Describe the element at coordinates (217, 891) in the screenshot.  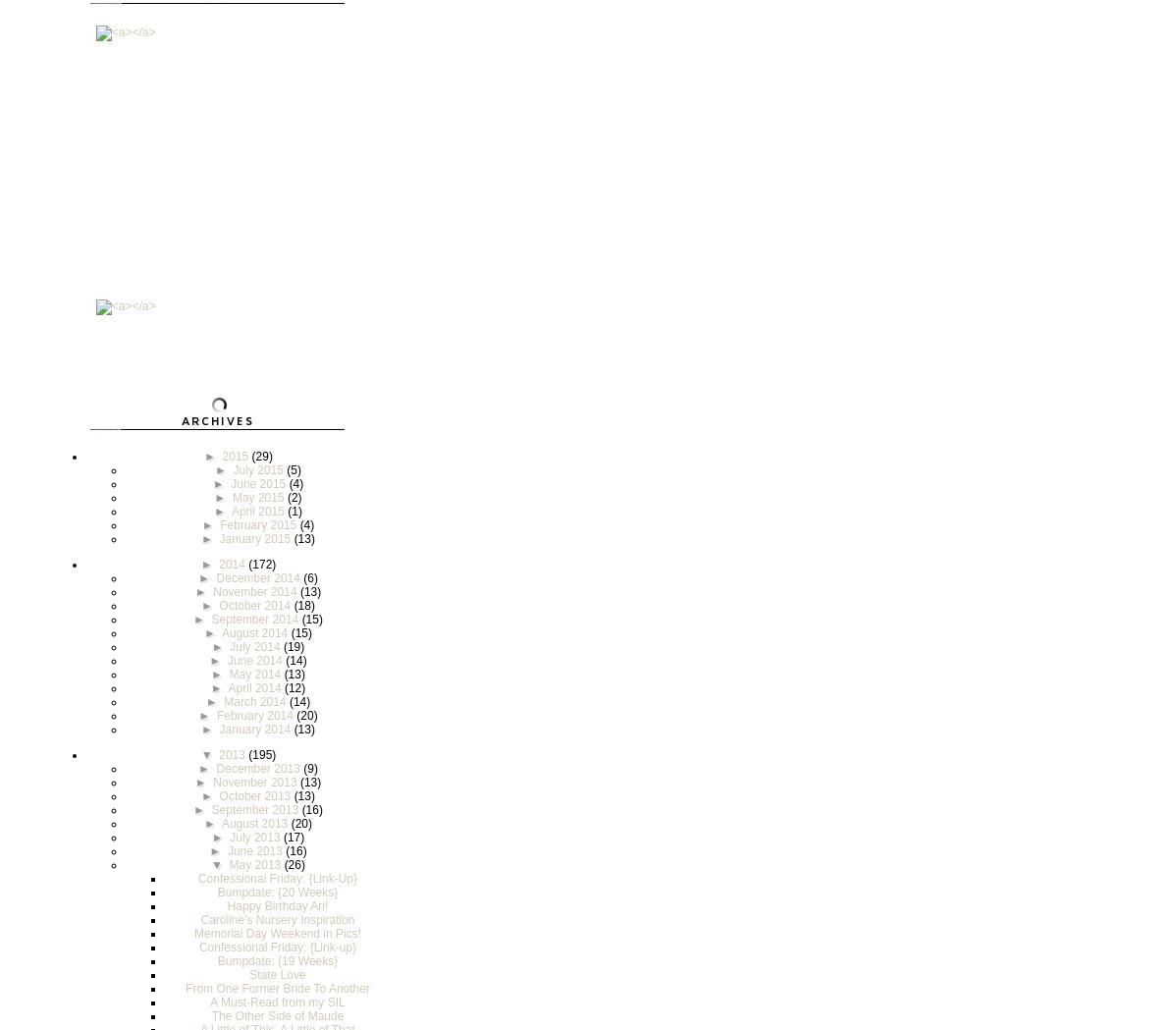
I see `'Bumpdate: {20 Weeks}'` at that location.